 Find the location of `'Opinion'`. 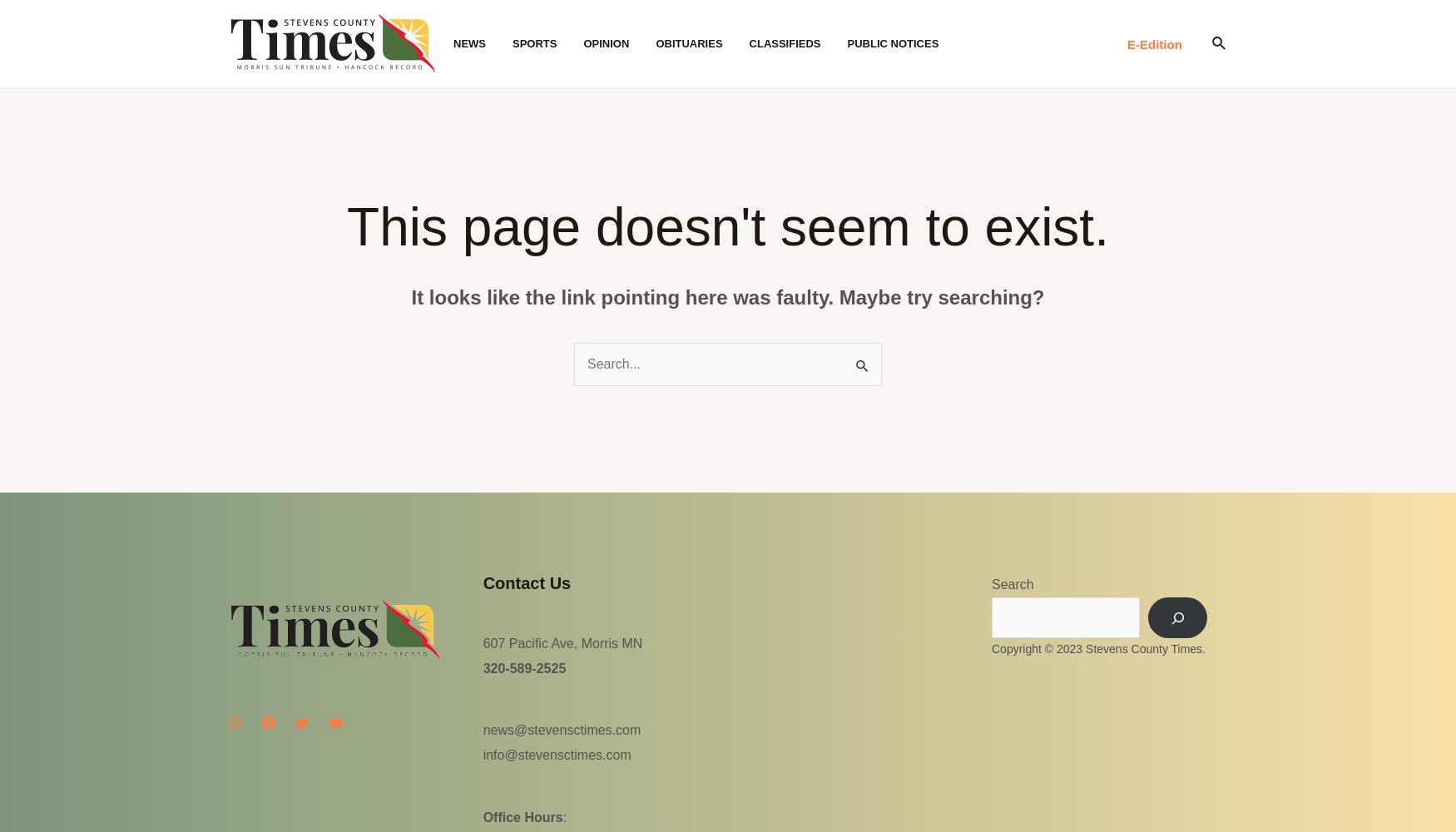

'Opinion' is located at coordinates (606, 43).